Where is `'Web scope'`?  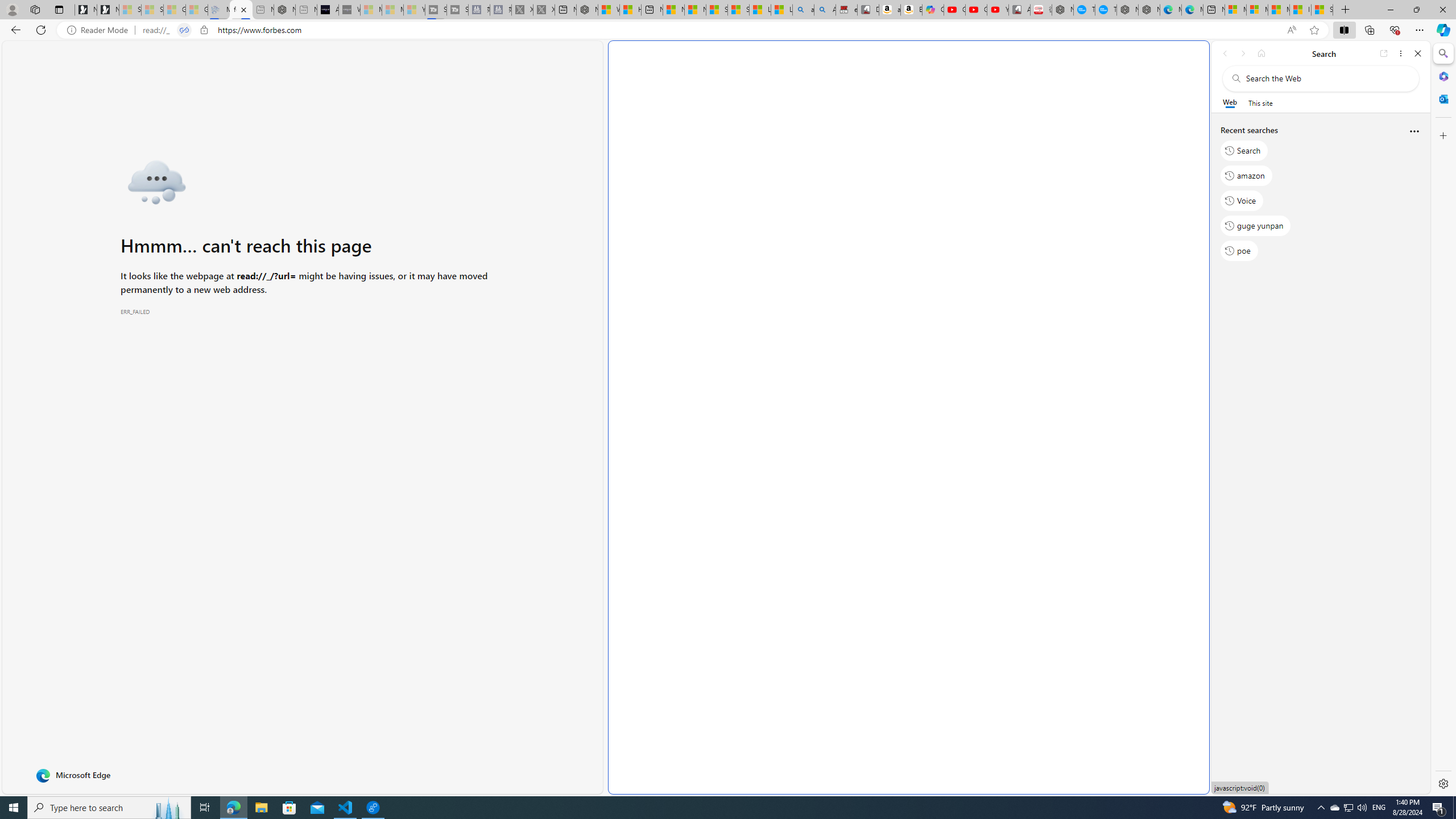
'Web scope' is located at coordinates (1230, 102).